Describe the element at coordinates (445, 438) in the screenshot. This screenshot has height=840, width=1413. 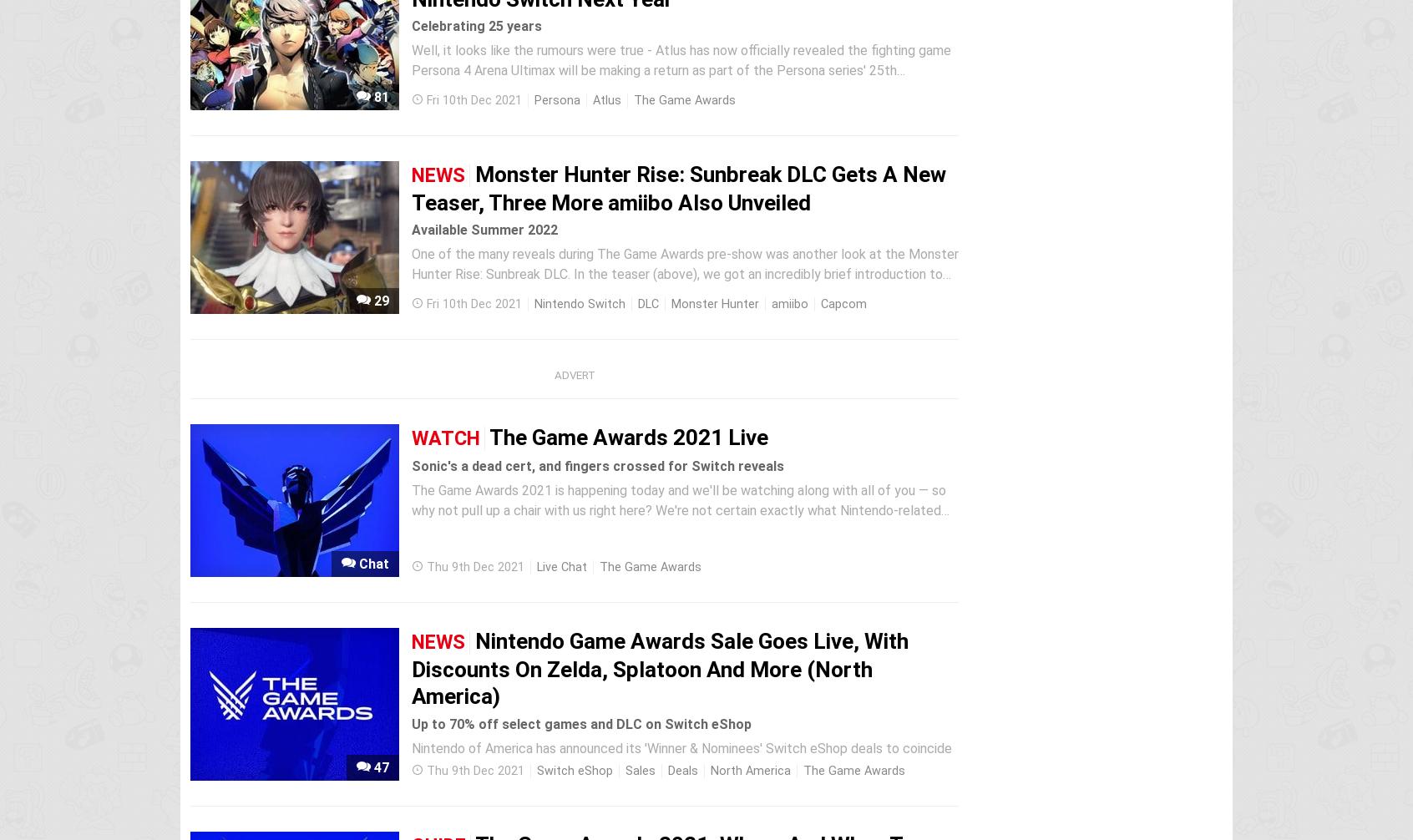
I see `'Watch'` at that location.